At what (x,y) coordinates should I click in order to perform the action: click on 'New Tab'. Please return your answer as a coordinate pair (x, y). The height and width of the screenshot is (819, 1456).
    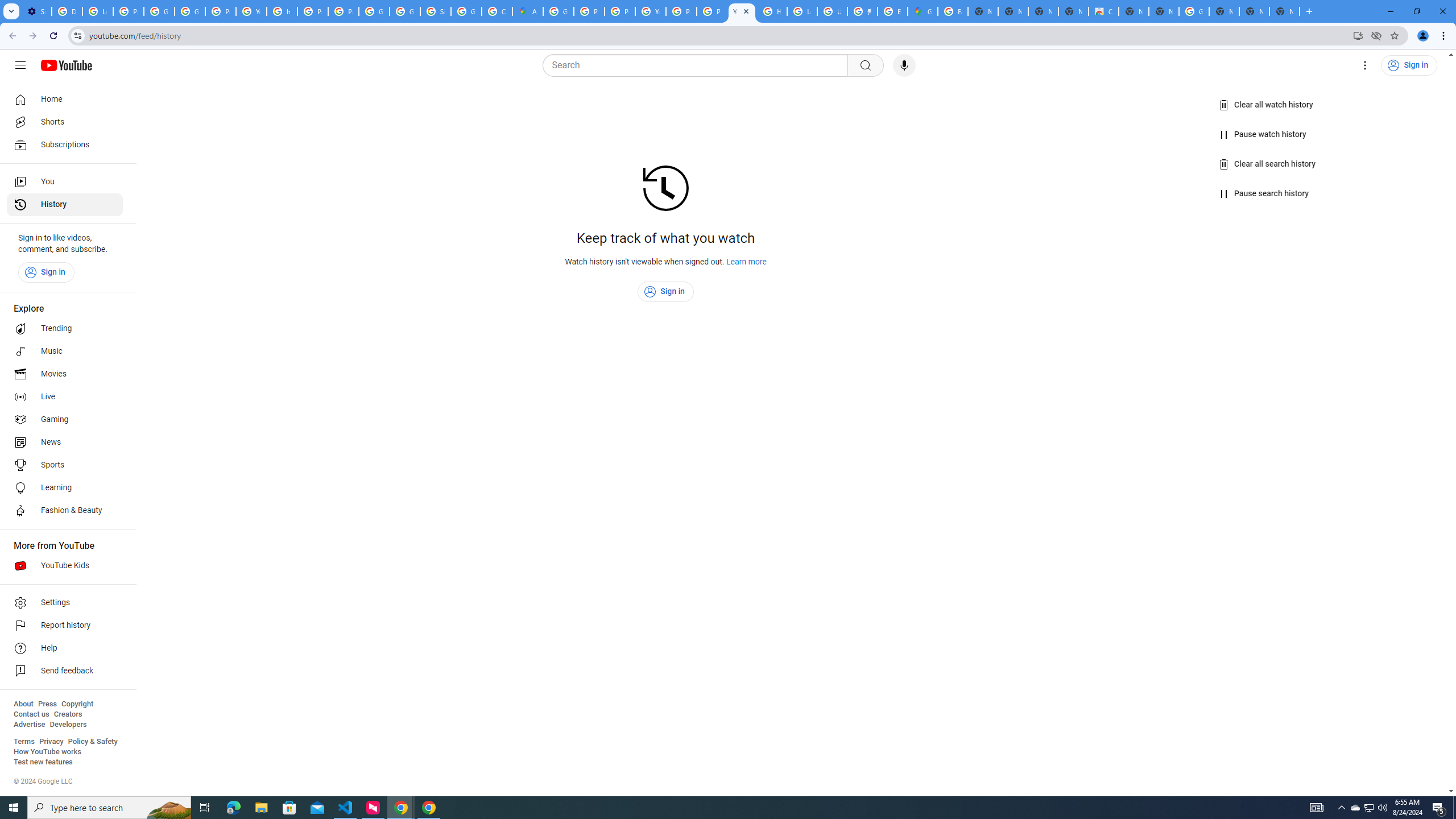
    Looking at the image, I should click on (1284, 11).